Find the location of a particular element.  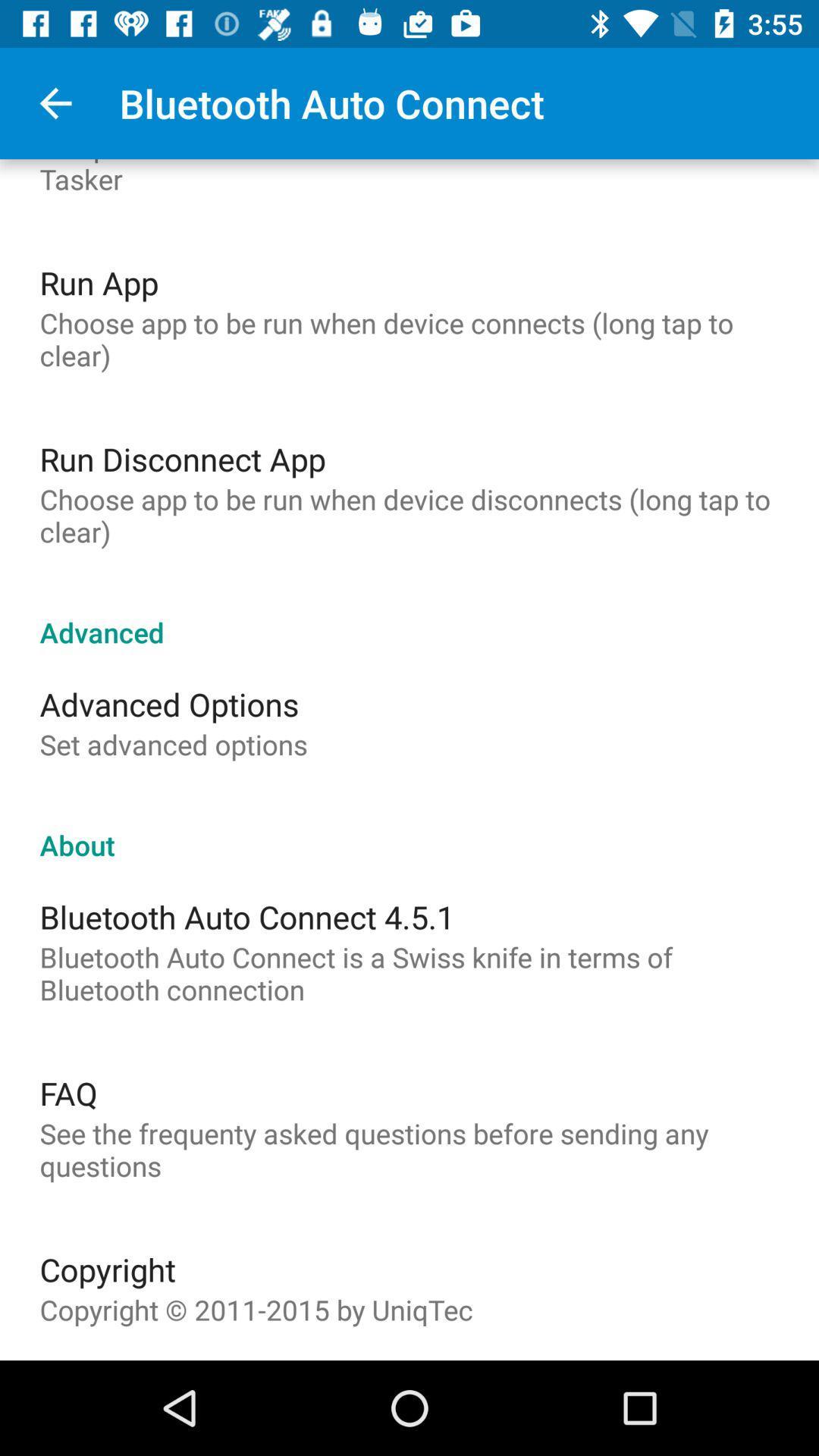

icon above the bluetooth auto connect is located at coordinates (409, 828).